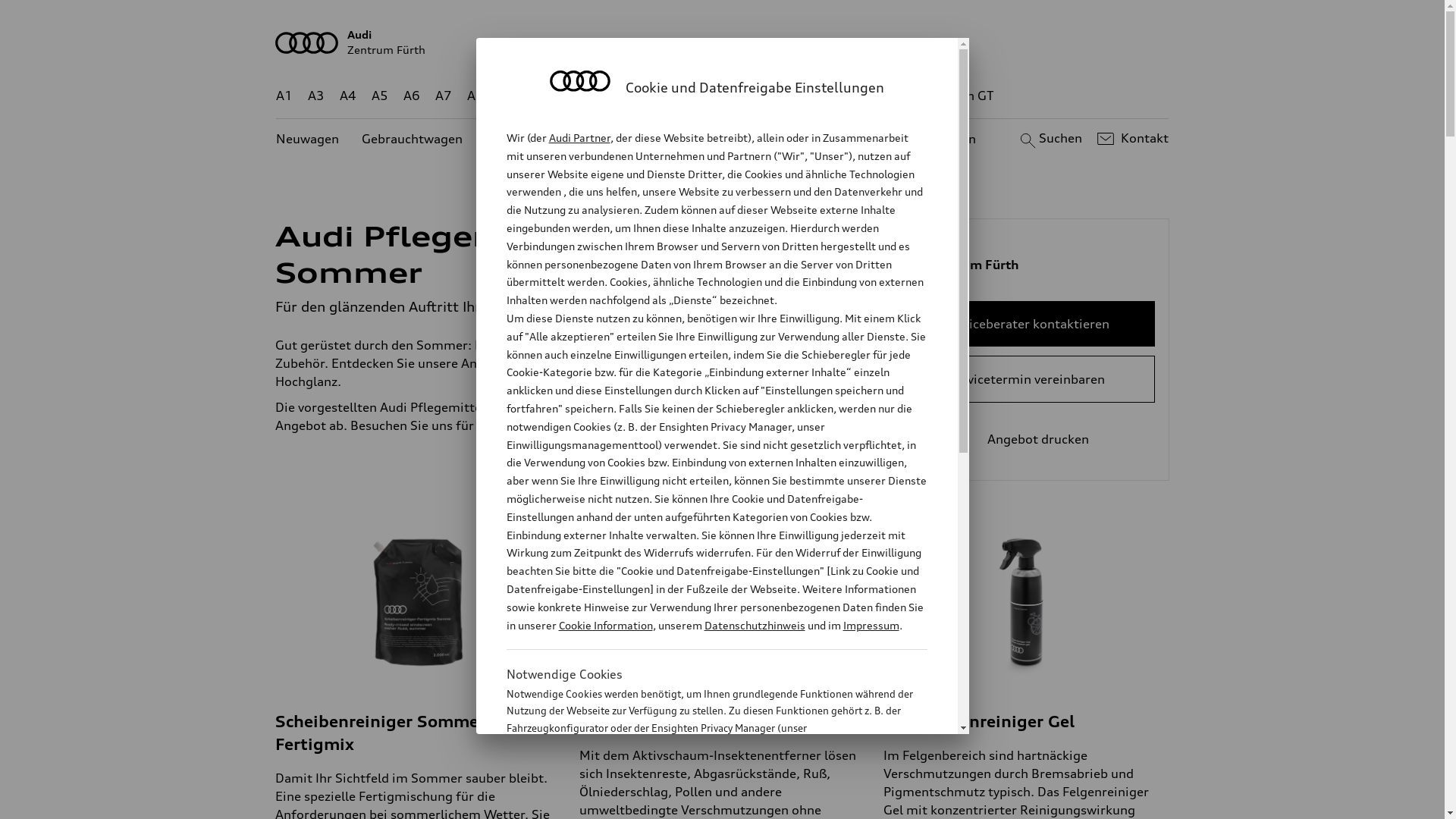  What do you see at coordinates (1048, 138) in the screenshot?
I see `'Suchen'` at bounding box center [1048, 138].